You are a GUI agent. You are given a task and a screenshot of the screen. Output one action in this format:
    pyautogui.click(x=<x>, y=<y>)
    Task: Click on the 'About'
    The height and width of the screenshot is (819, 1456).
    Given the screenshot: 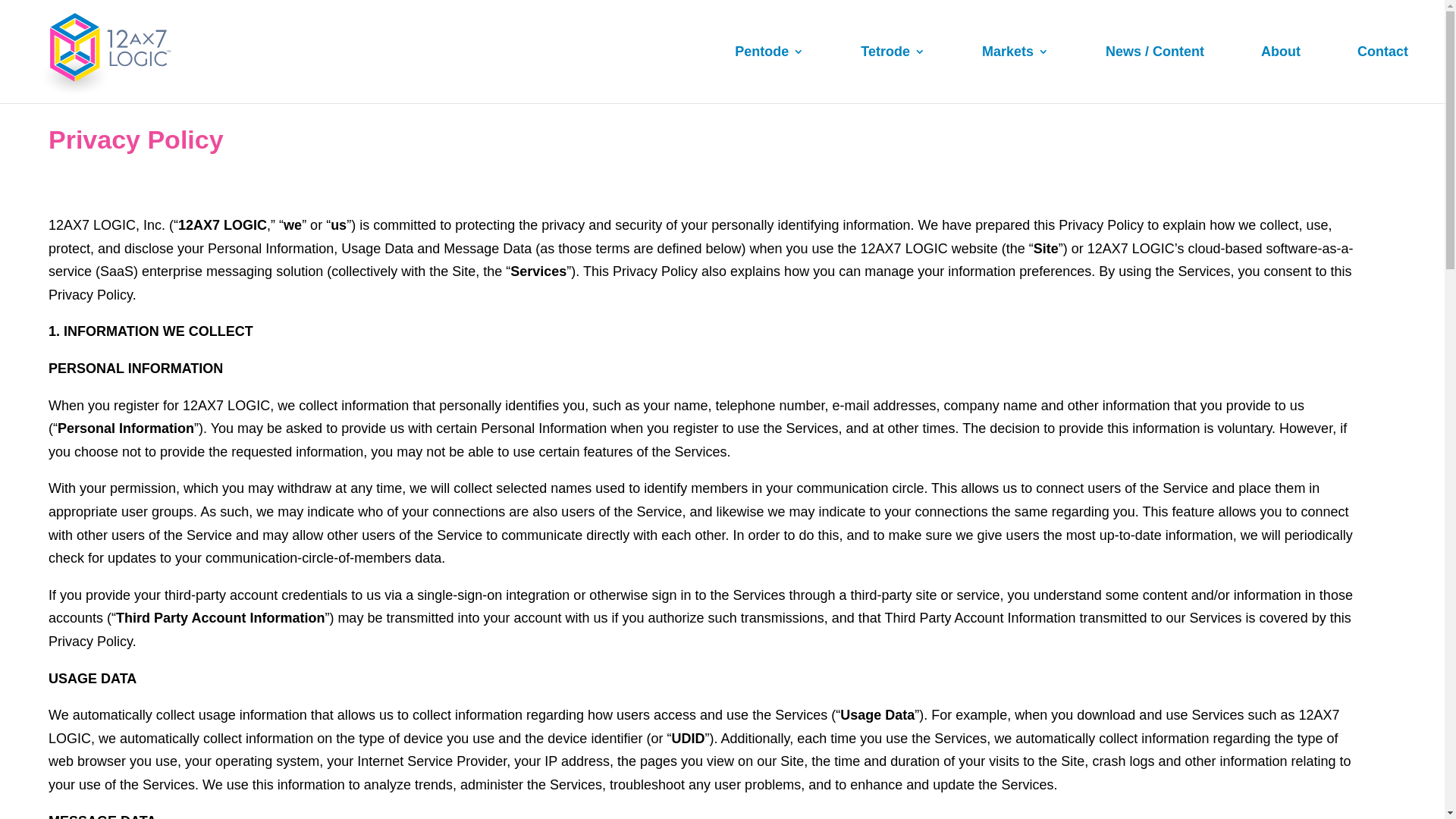 What is the action you would take?
    pyautogui.click(x=1260, y=74)
    